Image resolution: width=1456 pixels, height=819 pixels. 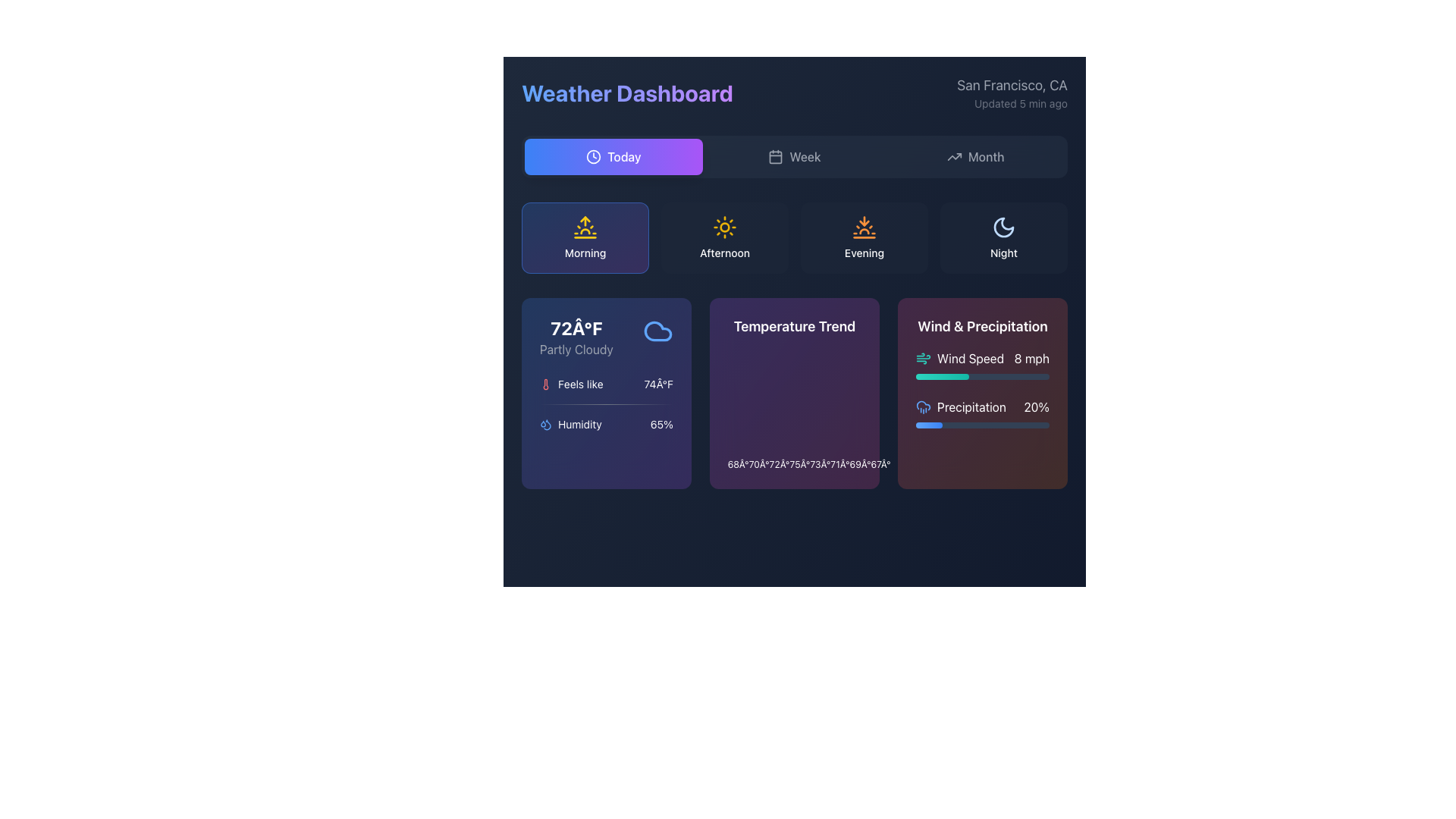 What do you see at coordinates (1004, 253) in the screenshot?
I see `the 'Night' text label, which is styled in a medium-weight font and positioned beneath a moon icon, located in the fourth column of the row under the 'Today' tab` at bounding box center [1004, 253].